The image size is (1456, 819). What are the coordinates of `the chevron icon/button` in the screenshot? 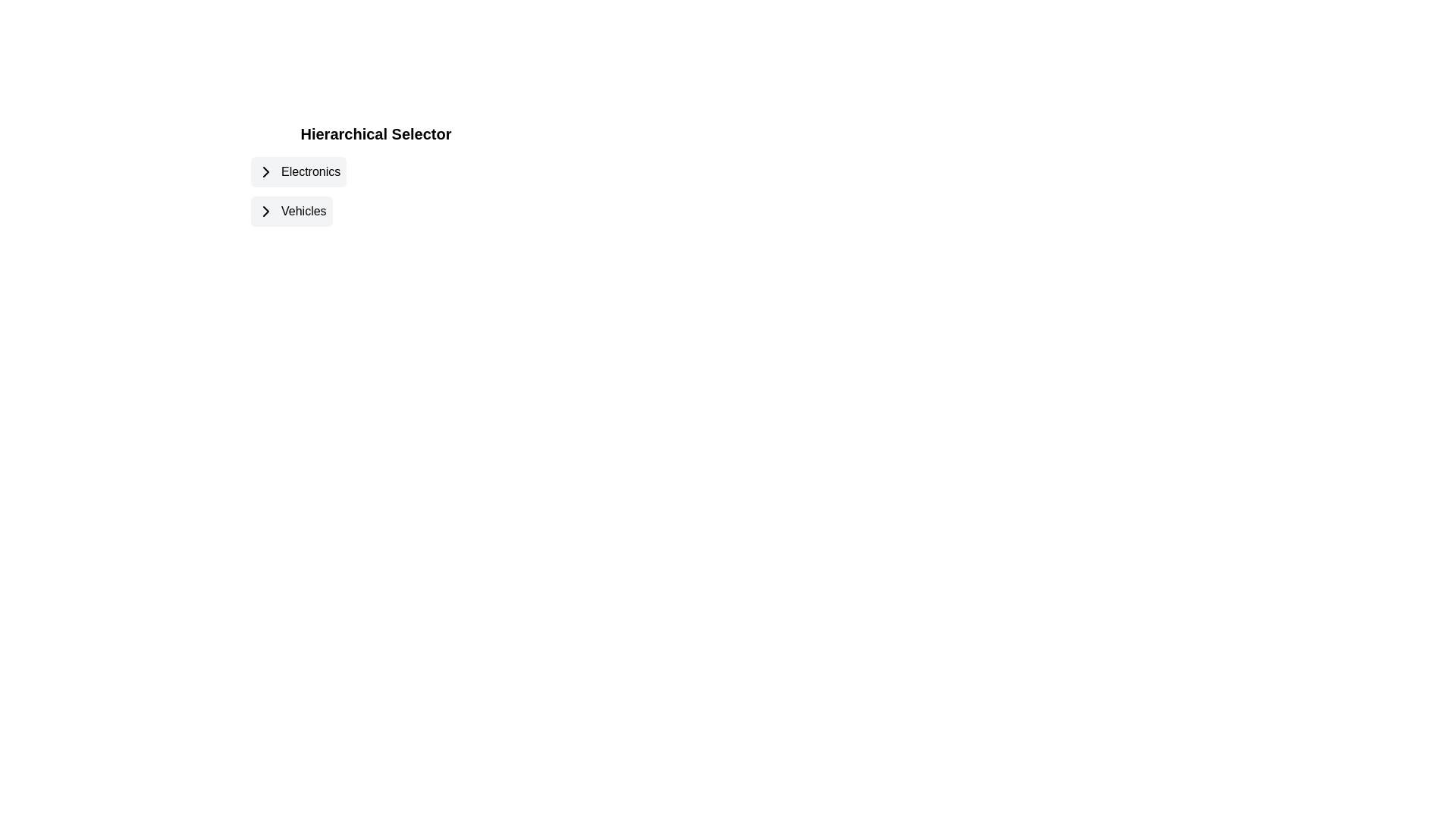 It's located at (265, 171).